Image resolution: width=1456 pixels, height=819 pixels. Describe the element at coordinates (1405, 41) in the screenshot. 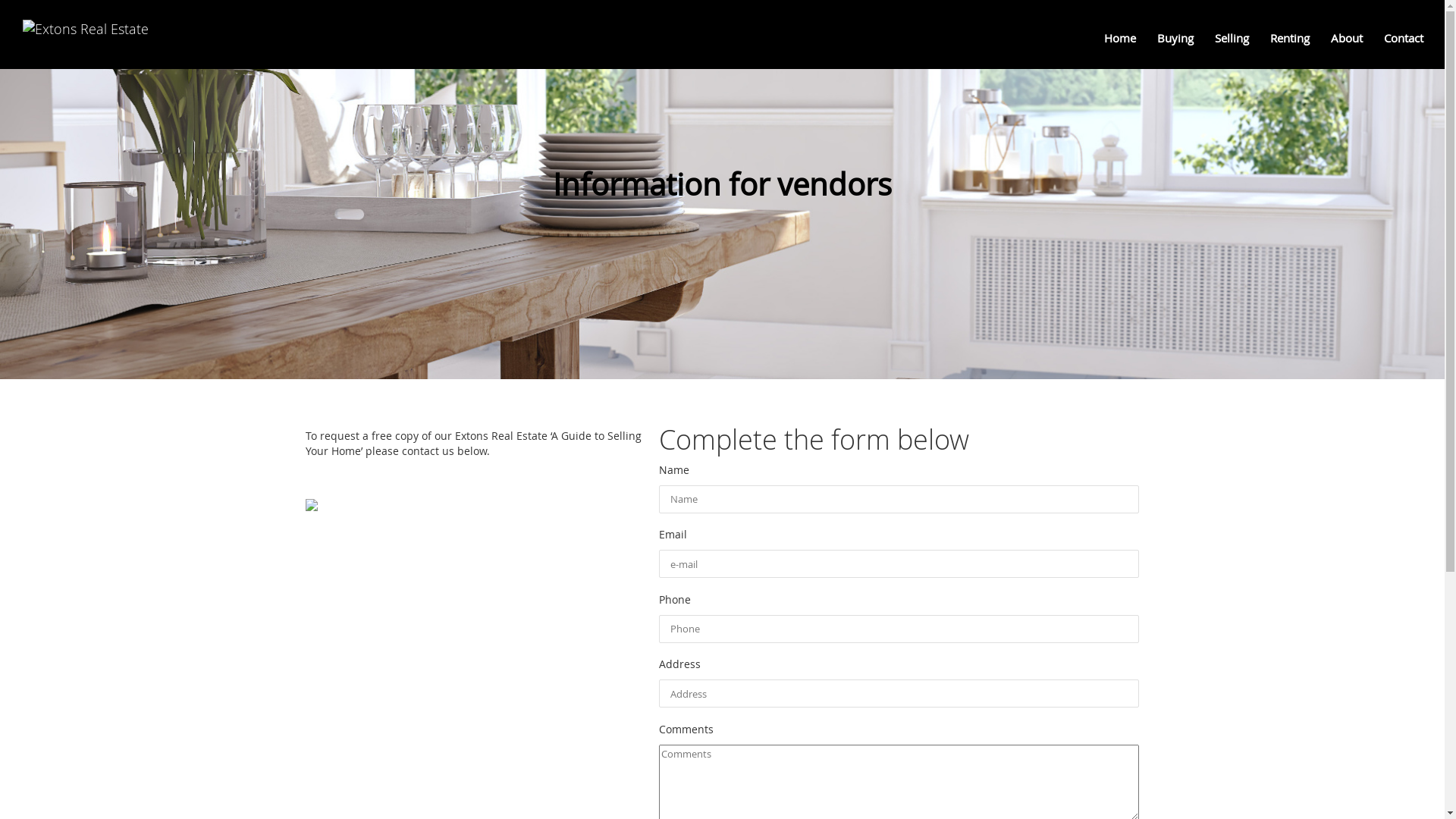

I see `'Contact  '` at that location.